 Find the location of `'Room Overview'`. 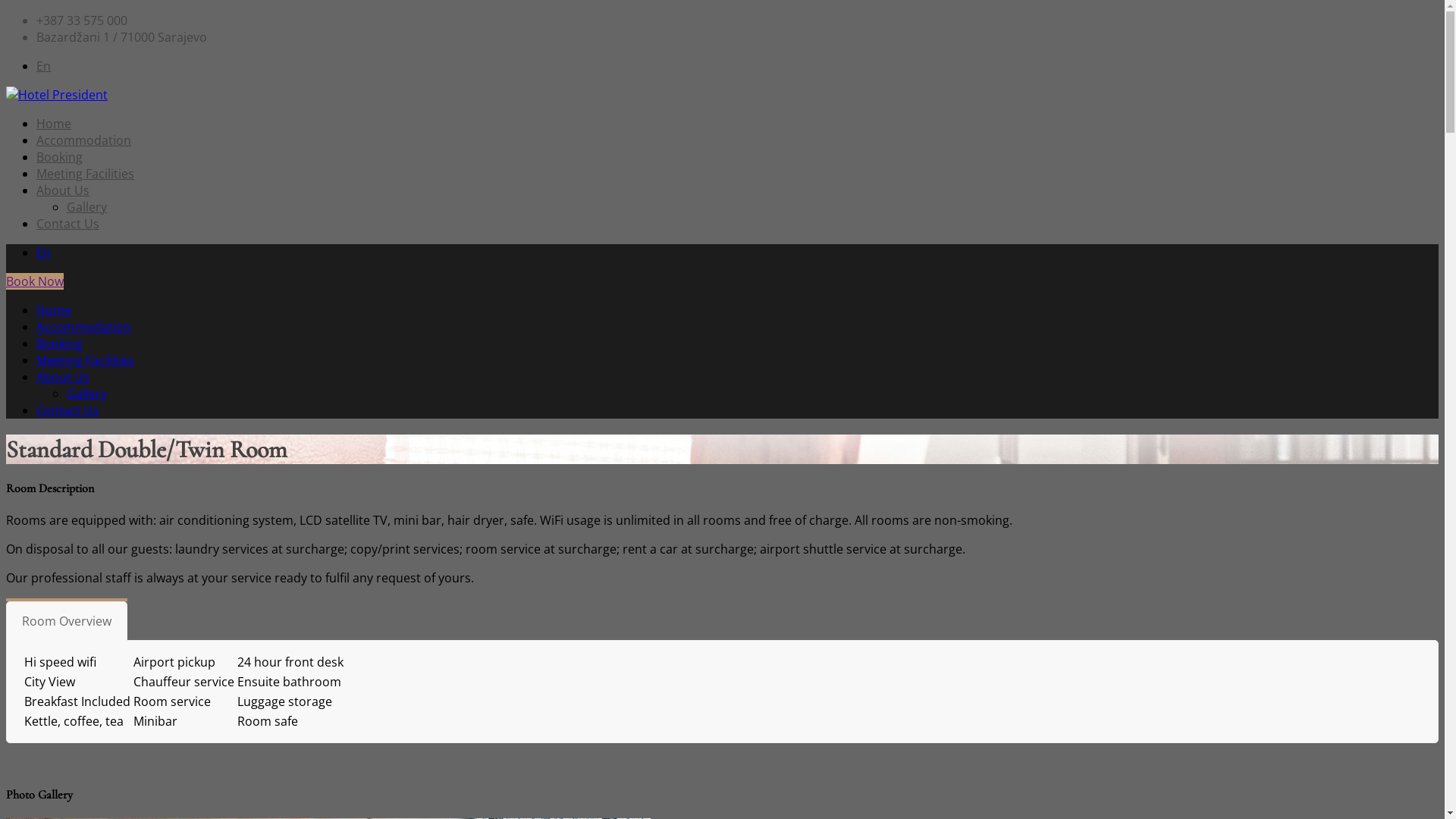

'Room Overview' is located at coordinates (65, 620).